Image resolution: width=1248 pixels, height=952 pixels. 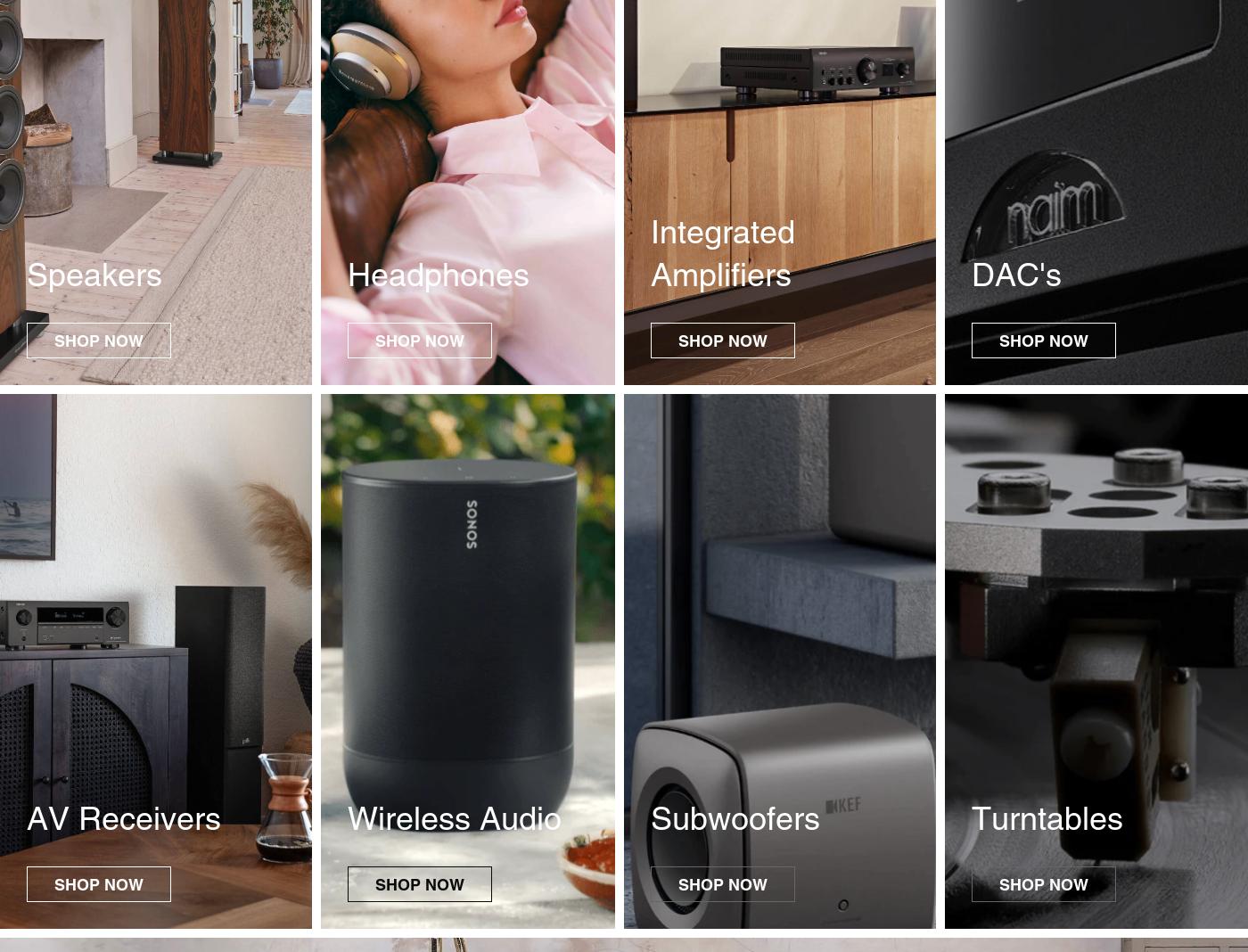 I want to click on 'DAC's', so click(x=1016, y=274).